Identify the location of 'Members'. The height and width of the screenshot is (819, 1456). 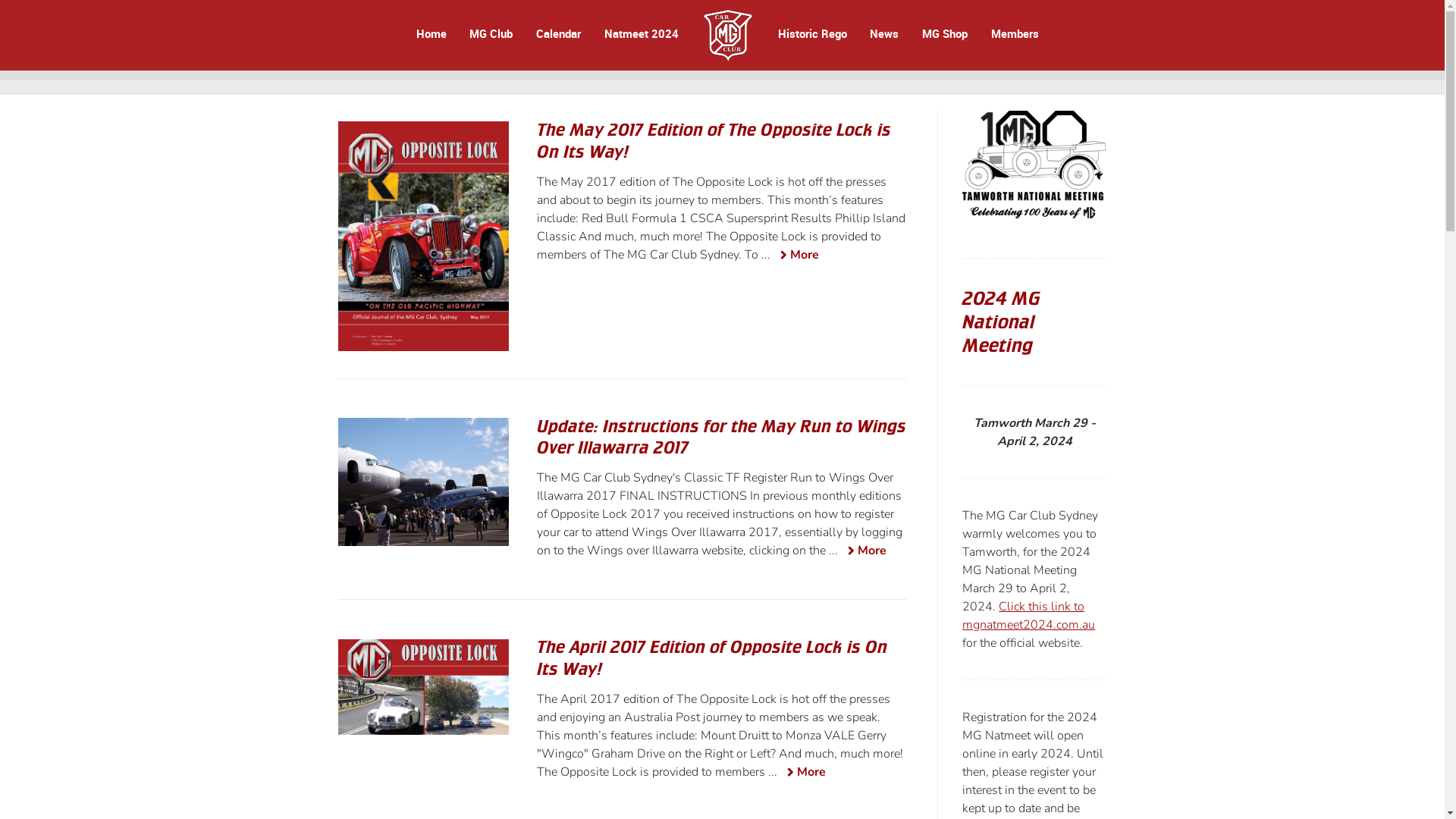
(1013, 33).